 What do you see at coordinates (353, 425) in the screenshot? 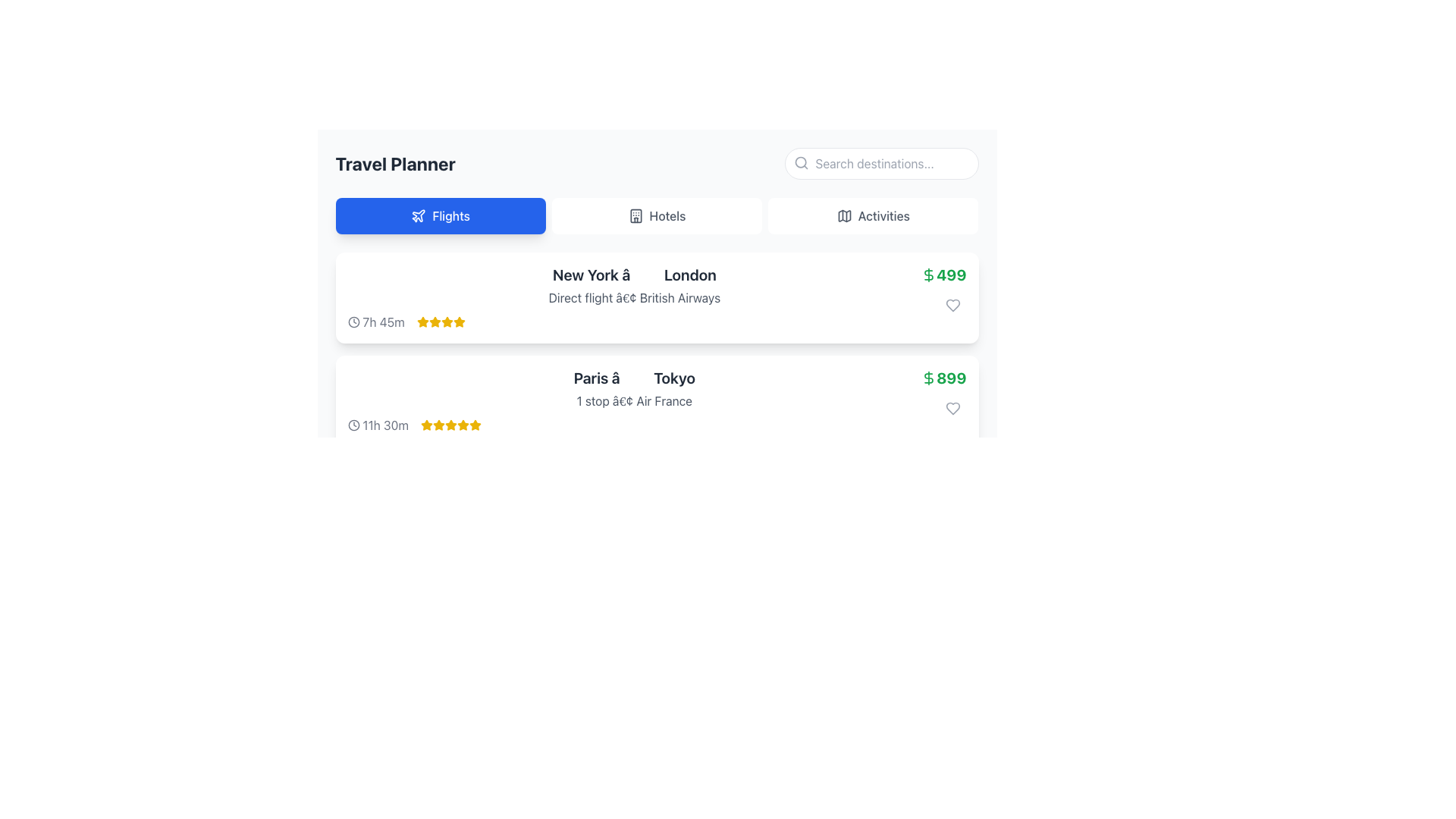
I see `the circular icon styled as part of a clock illustration in the travel planning interface, located near the top left corner of the flight details card adjacent to the text duration` at bounding box center [353, 425].